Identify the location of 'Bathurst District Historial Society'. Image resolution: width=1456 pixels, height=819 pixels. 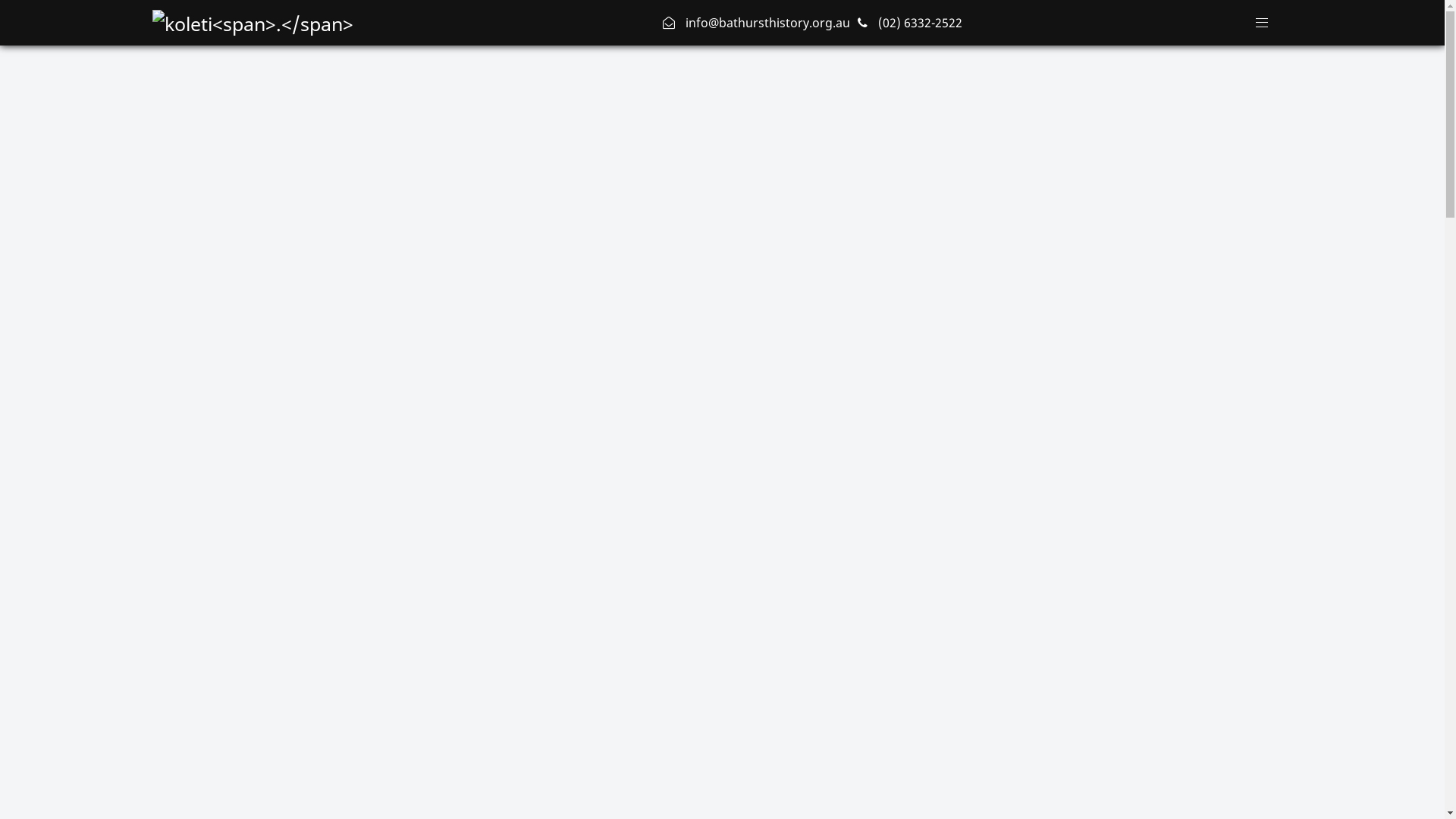
(152, 20).